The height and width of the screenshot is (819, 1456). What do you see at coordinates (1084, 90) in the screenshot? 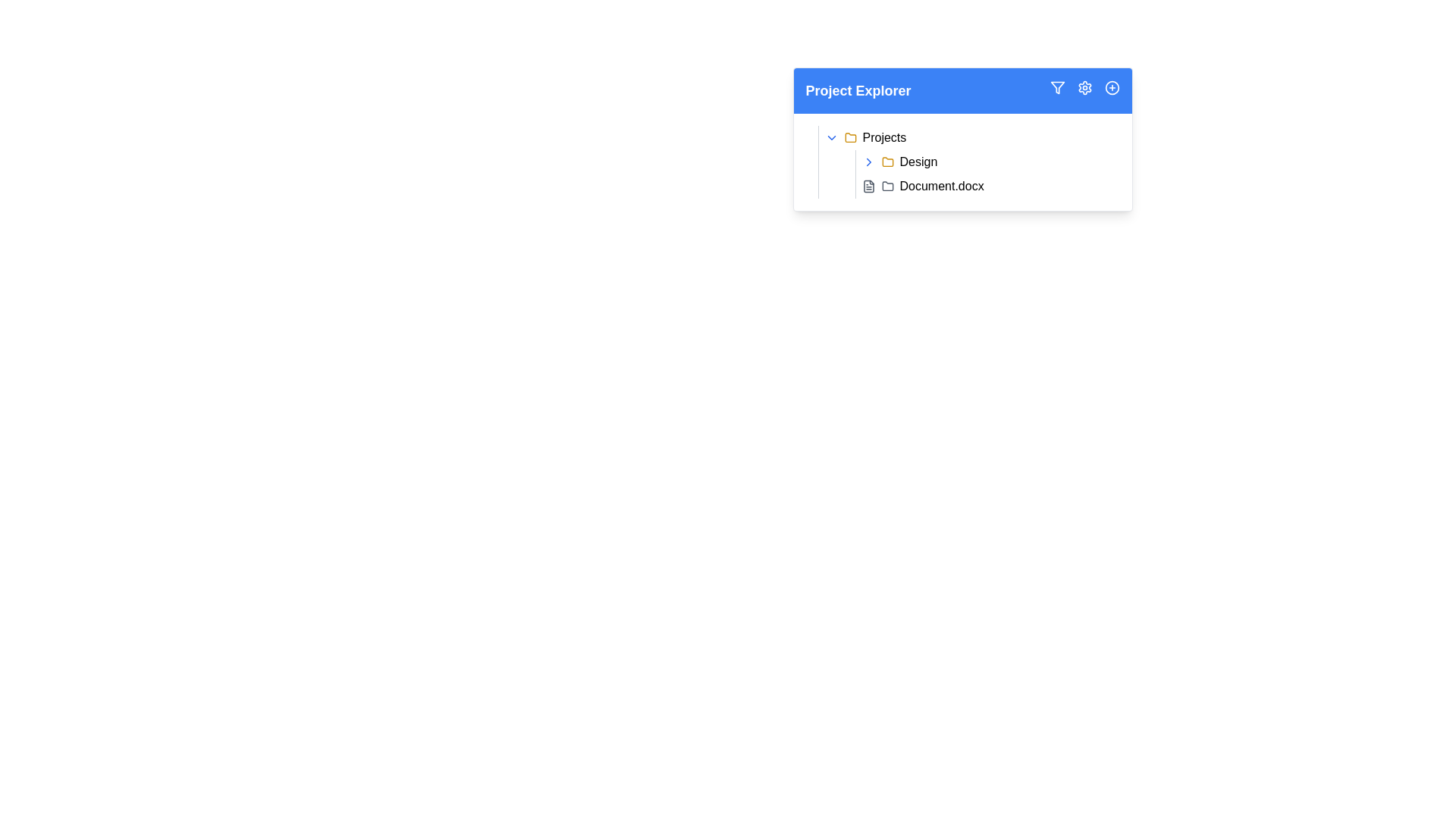
I see `the settings gear icon located in the top-right corner of the 'Project Explorer' header` at bounding box center [1084, 90].